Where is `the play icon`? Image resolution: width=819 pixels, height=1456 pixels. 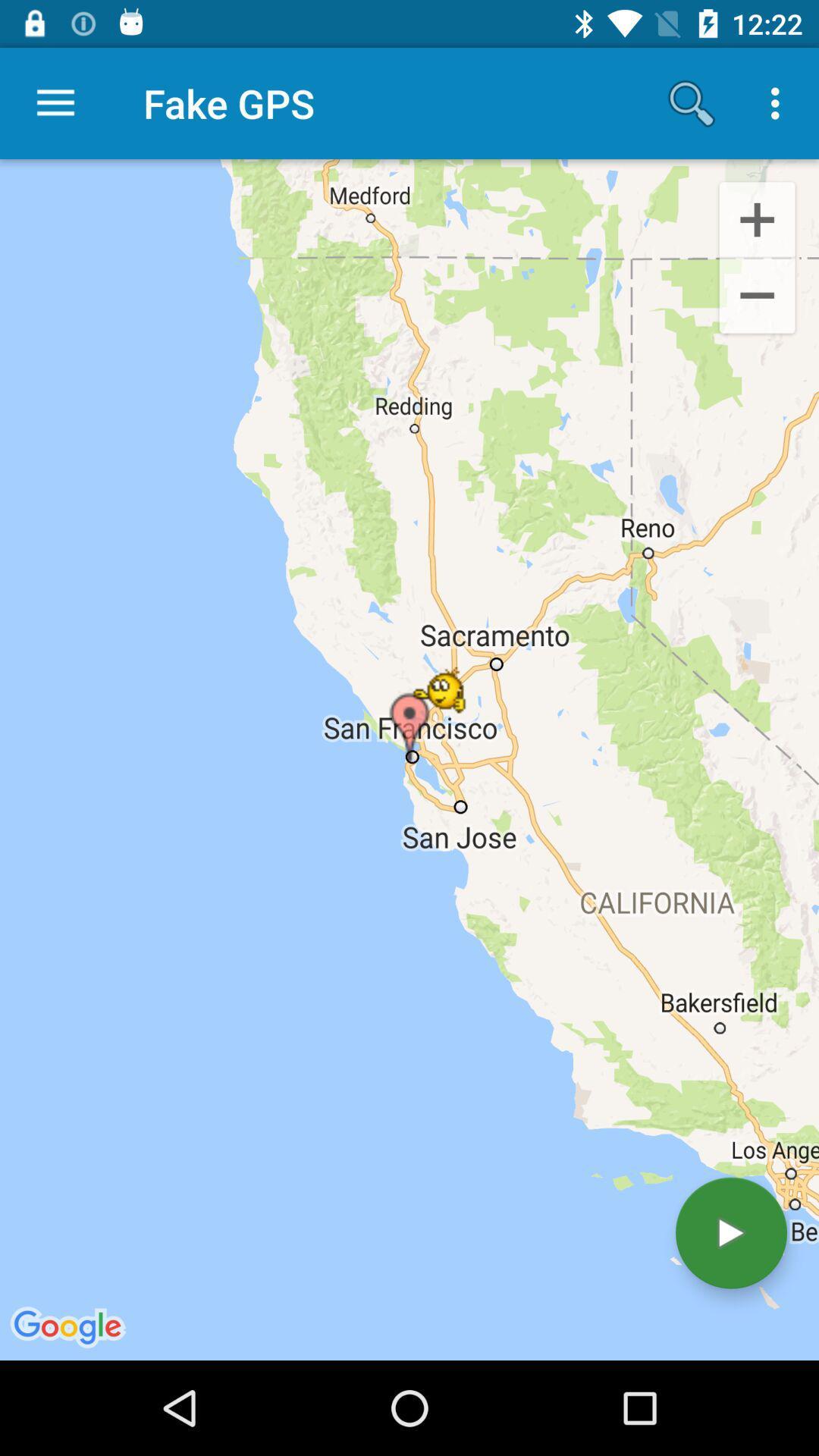 the play icon is located at coordinates (730, 1233).